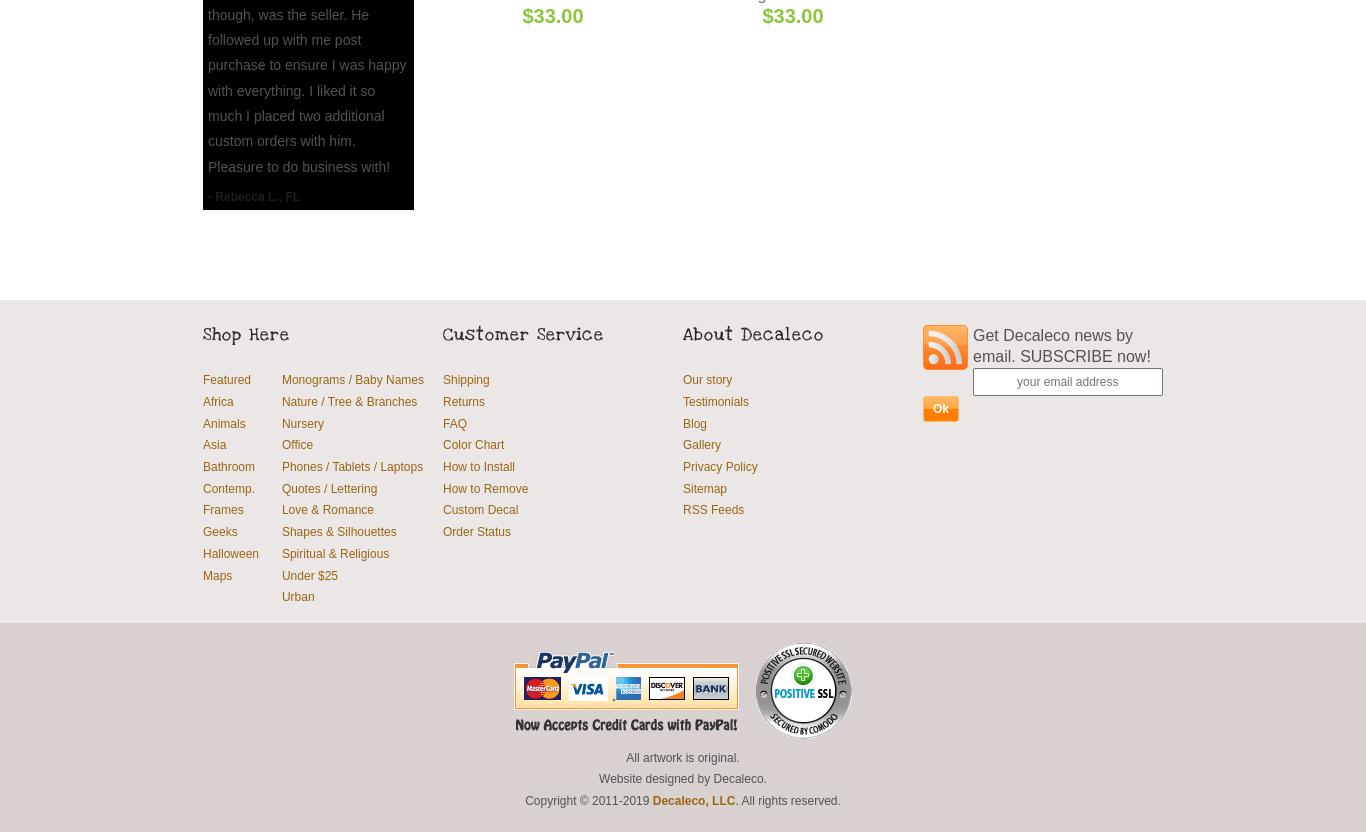 The width and height of the screenshot is (1366, 832). Describe the element at coordinates (716, 400) in the screenshot. I see `'Testimonials'` at that location.